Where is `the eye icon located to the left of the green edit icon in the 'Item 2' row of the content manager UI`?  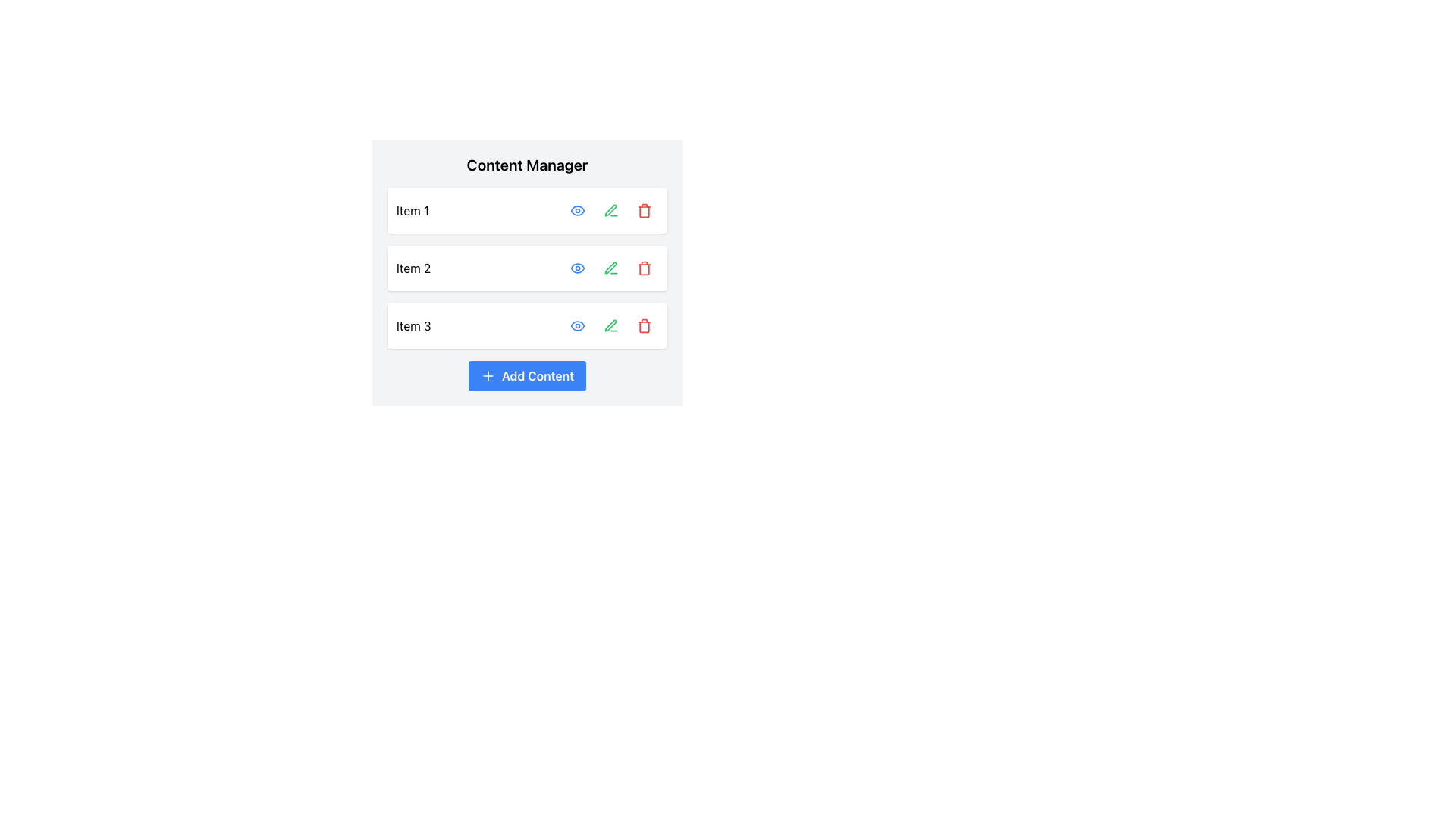 the eye icon located to the left of the green edit icon in the 'Item 2' row of the content manager UI is located at coordinates (577, 268).